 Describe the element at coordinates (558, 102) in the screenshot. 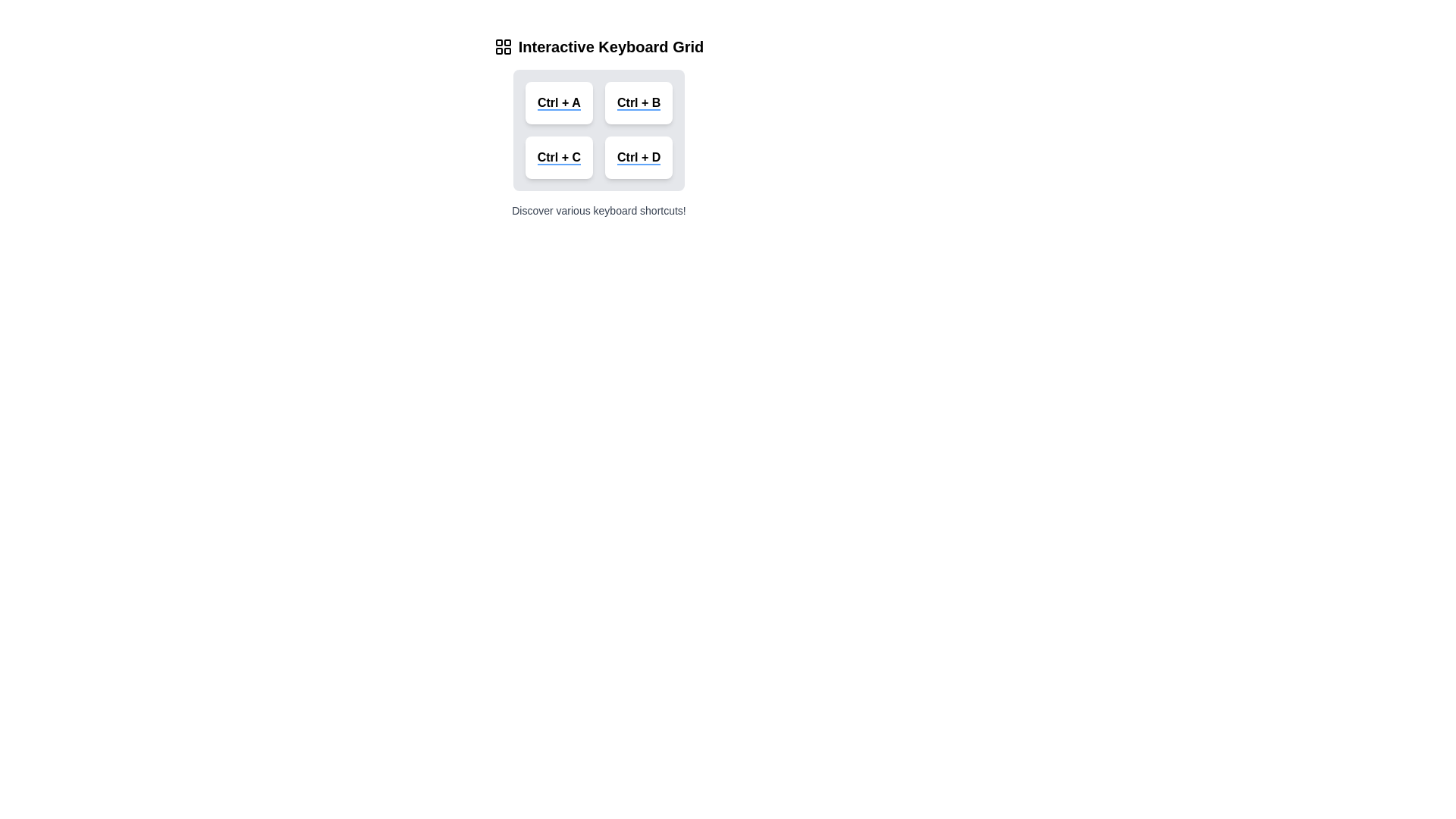

I see `displayed text of the label/button showing the keyboard shortcut 'Ctrl + A', located in the top-left corner of a 2x2 grid structure` at that location.